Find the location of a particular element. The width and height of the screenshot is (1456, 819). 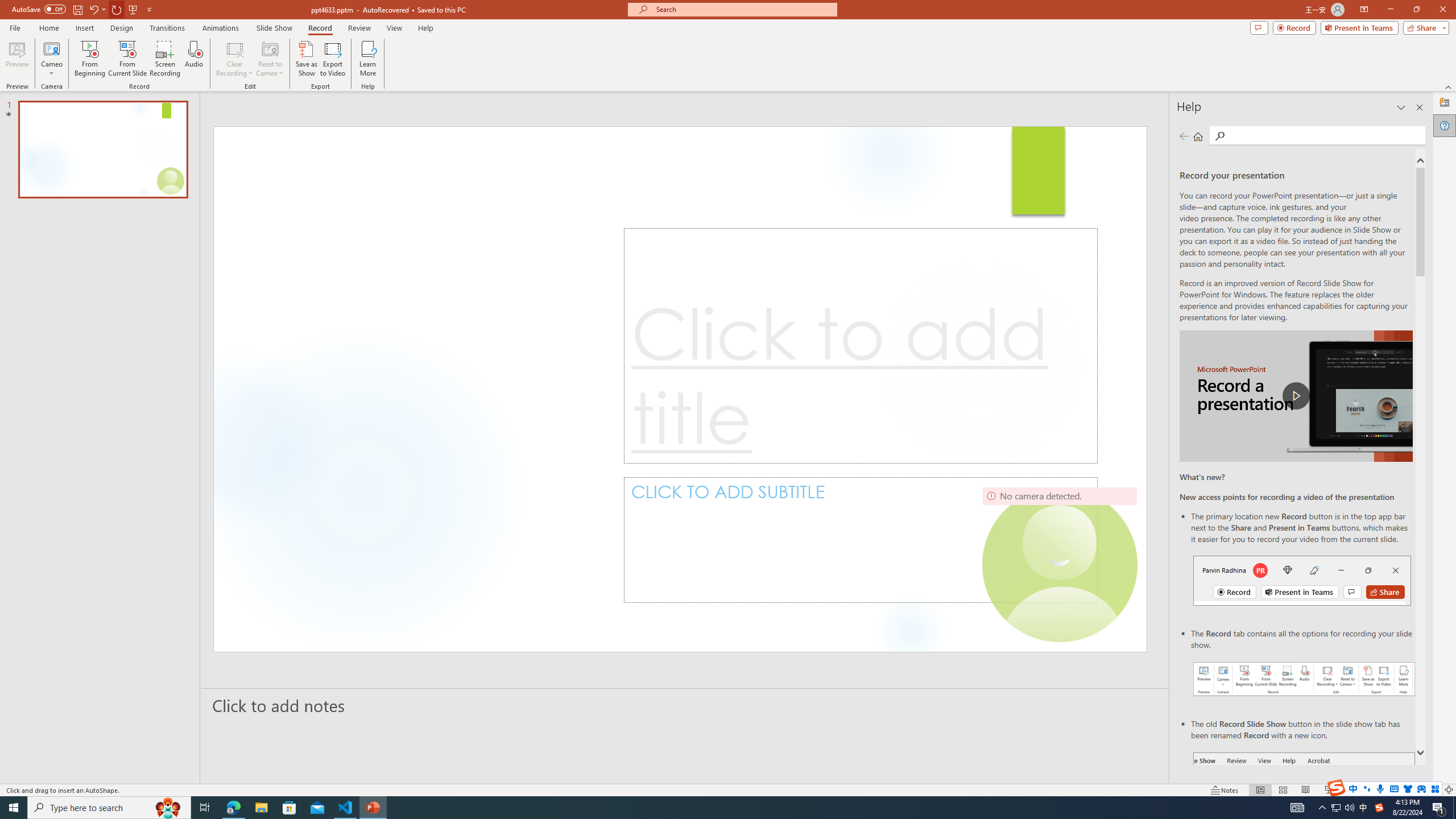

'Present in Teams' is located at coordinates (1359, 27).